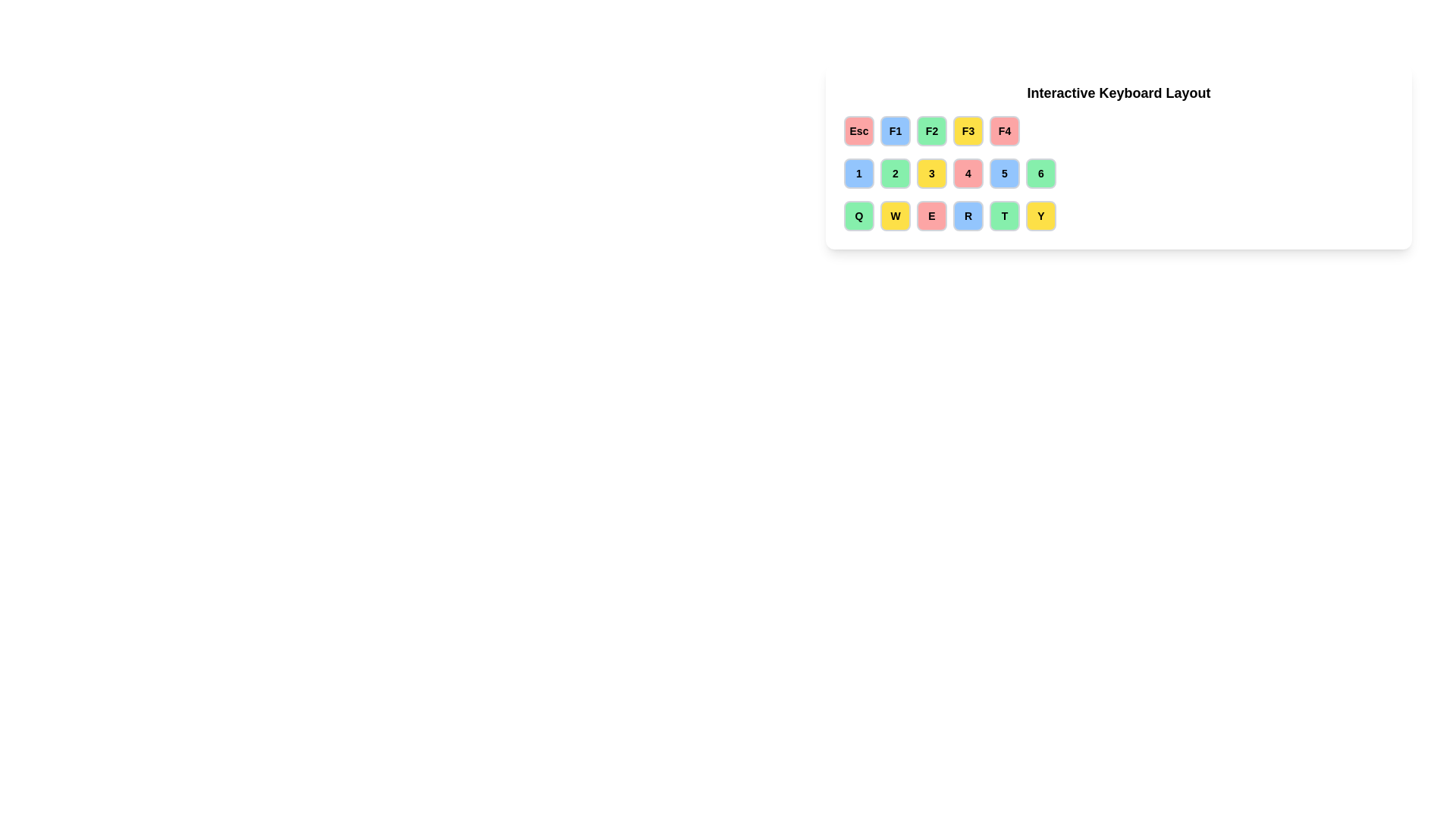 This screenshot has height=819, width=1456. I want to click on the button displaying the number '5', which is the fifth button in a horizontal sequence of six buttons, so click(1004, 172).